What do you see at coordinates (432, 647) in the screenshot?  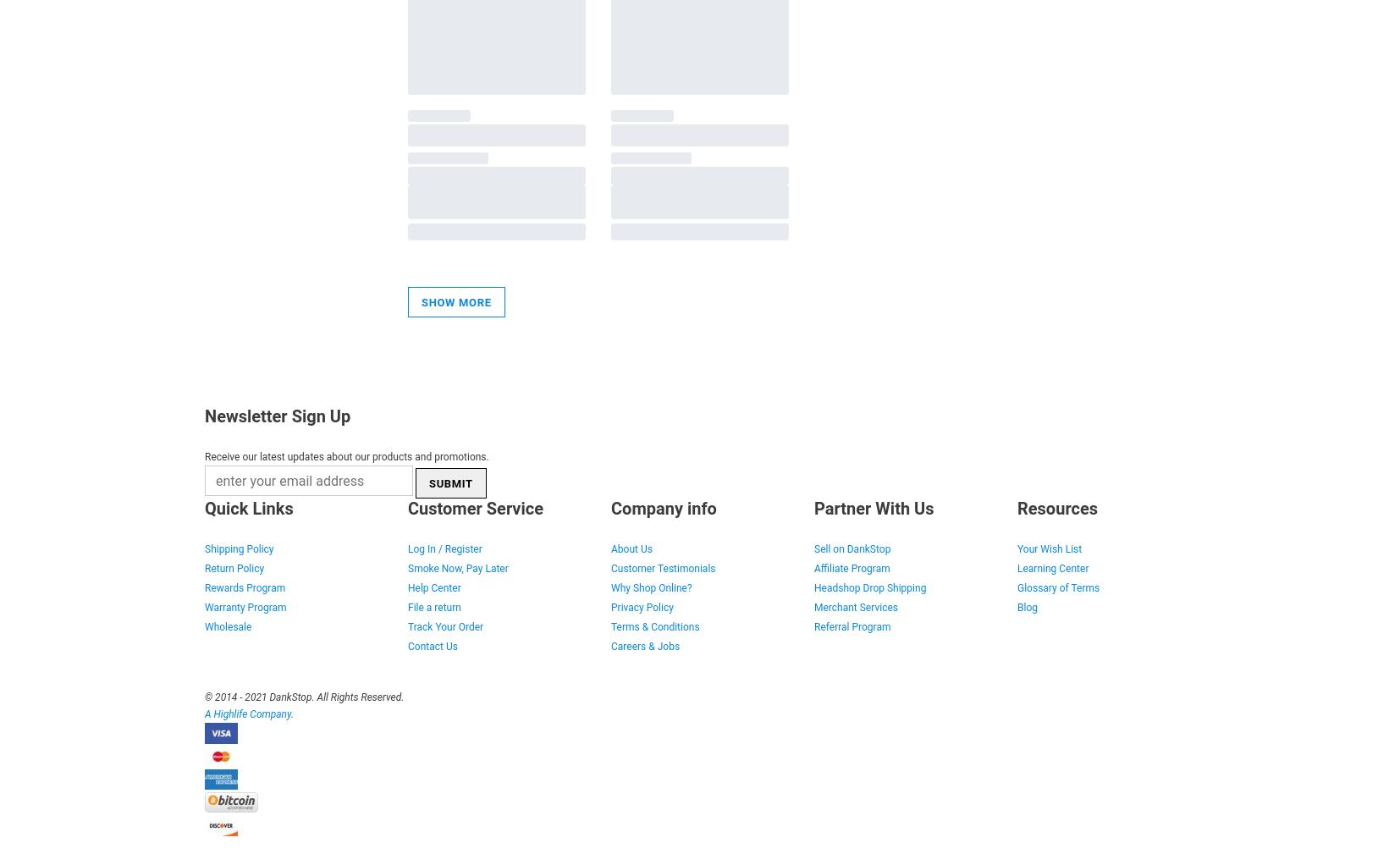 I see `'Contact Us'` at bounding box center [432, 647].